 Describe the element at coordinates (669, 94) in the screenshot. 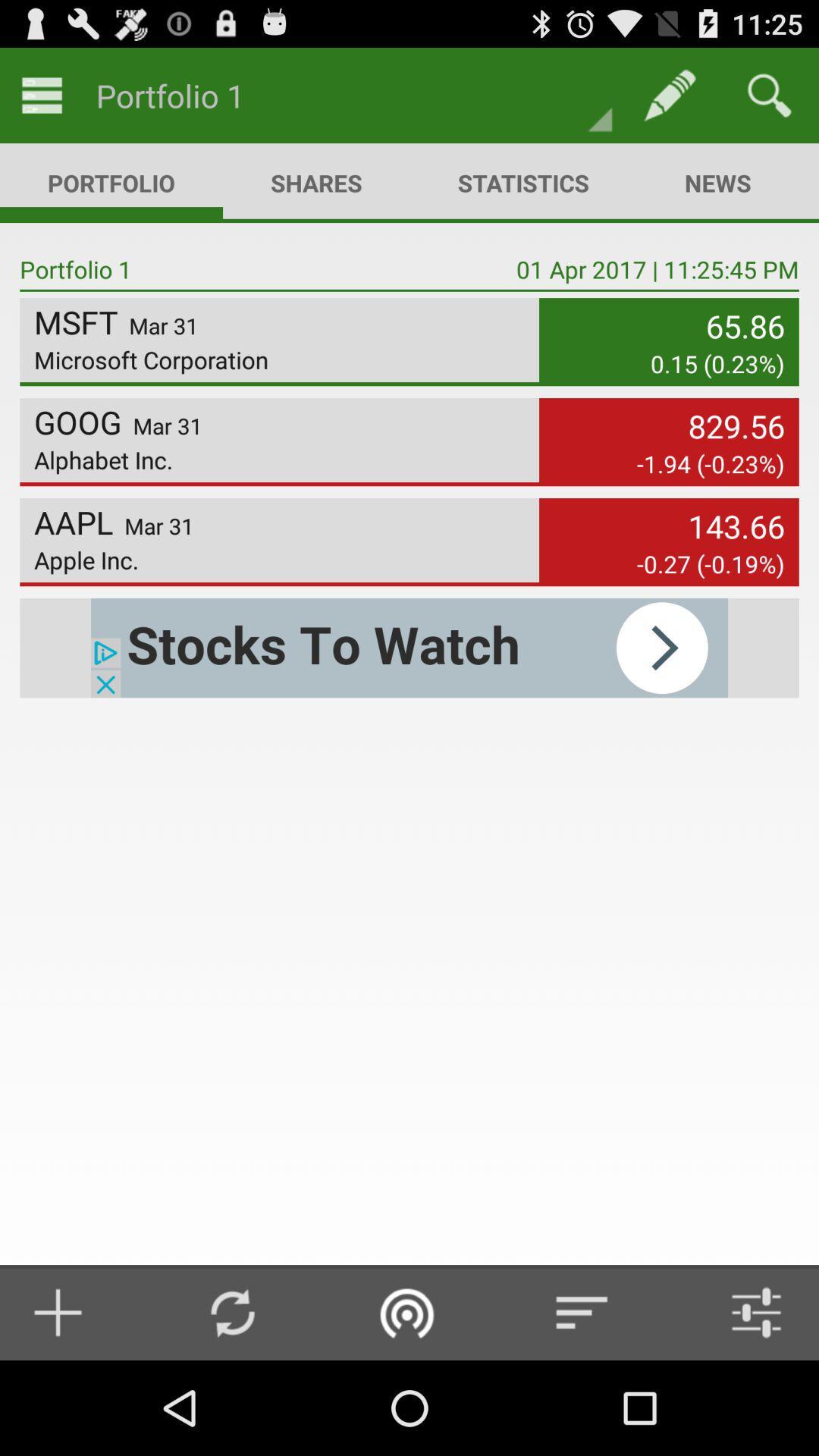

I see `the edit icon` at that location.